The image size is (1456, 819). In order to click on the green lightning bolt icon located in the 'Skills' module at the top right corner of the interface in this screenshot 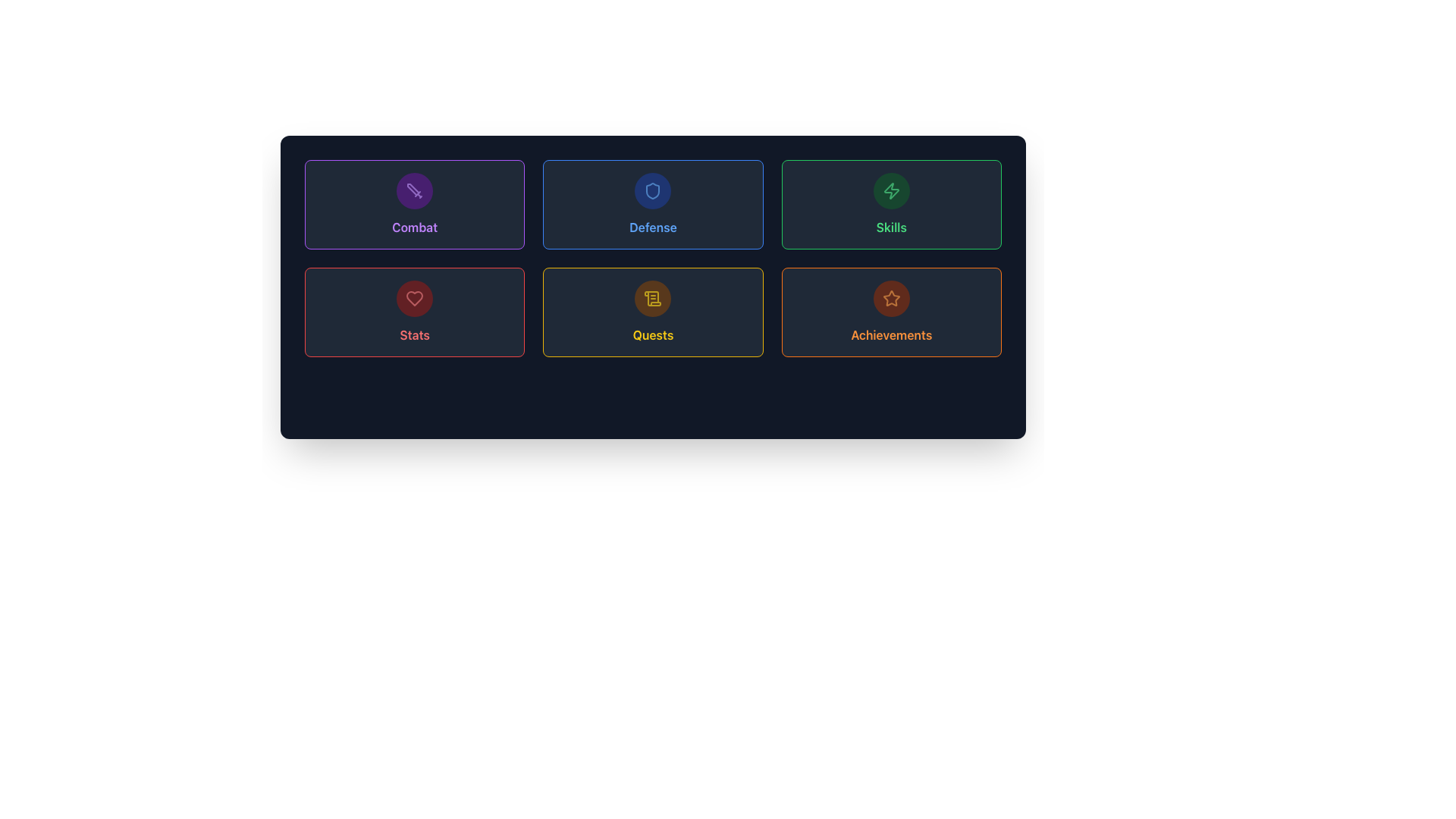, I will do `click(891, 190)`.